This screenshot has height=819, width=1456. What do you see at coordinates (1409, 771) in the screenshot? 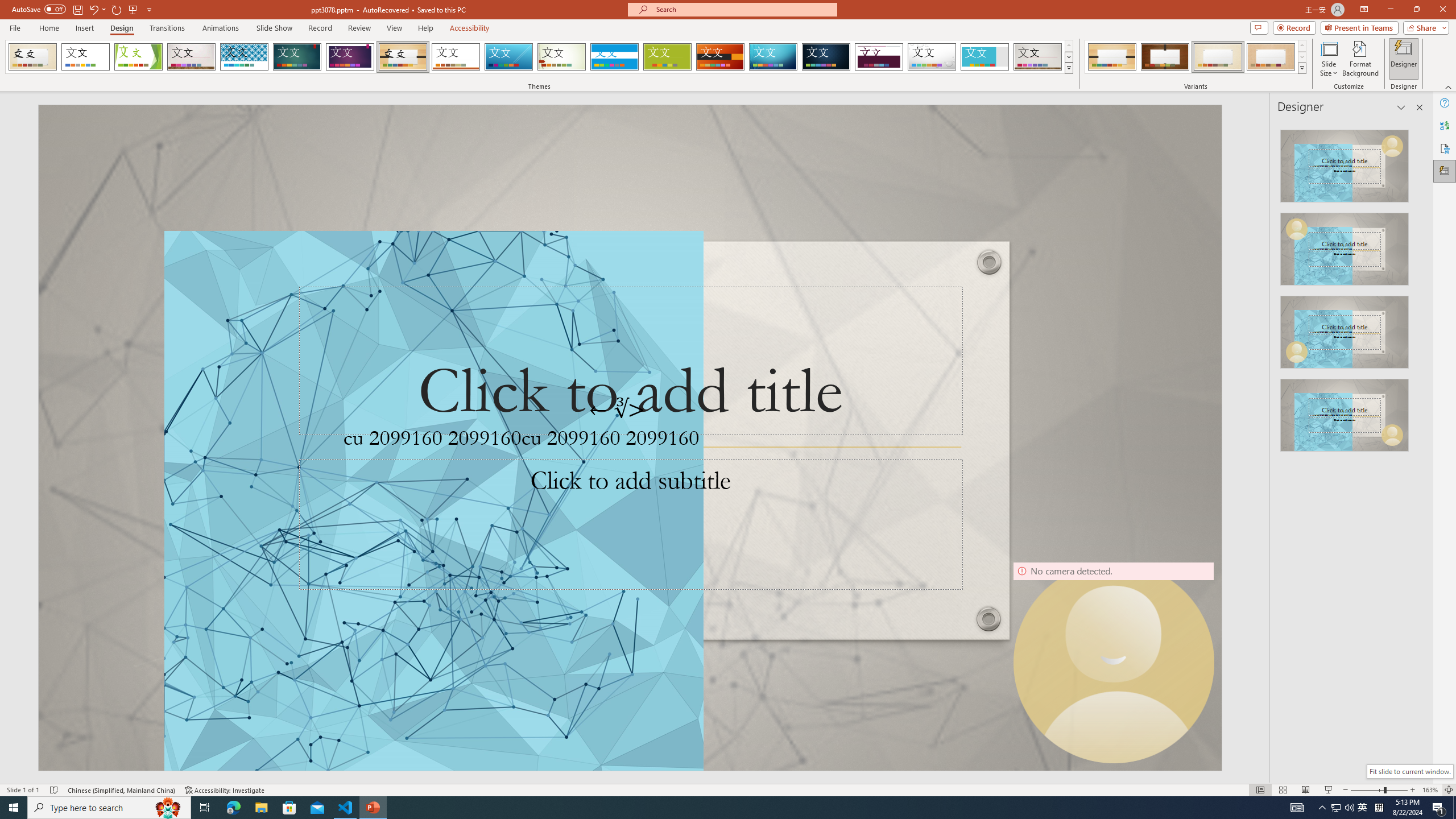
I see `'Fit slide to current window.'` at bounding box center [1409, 771].